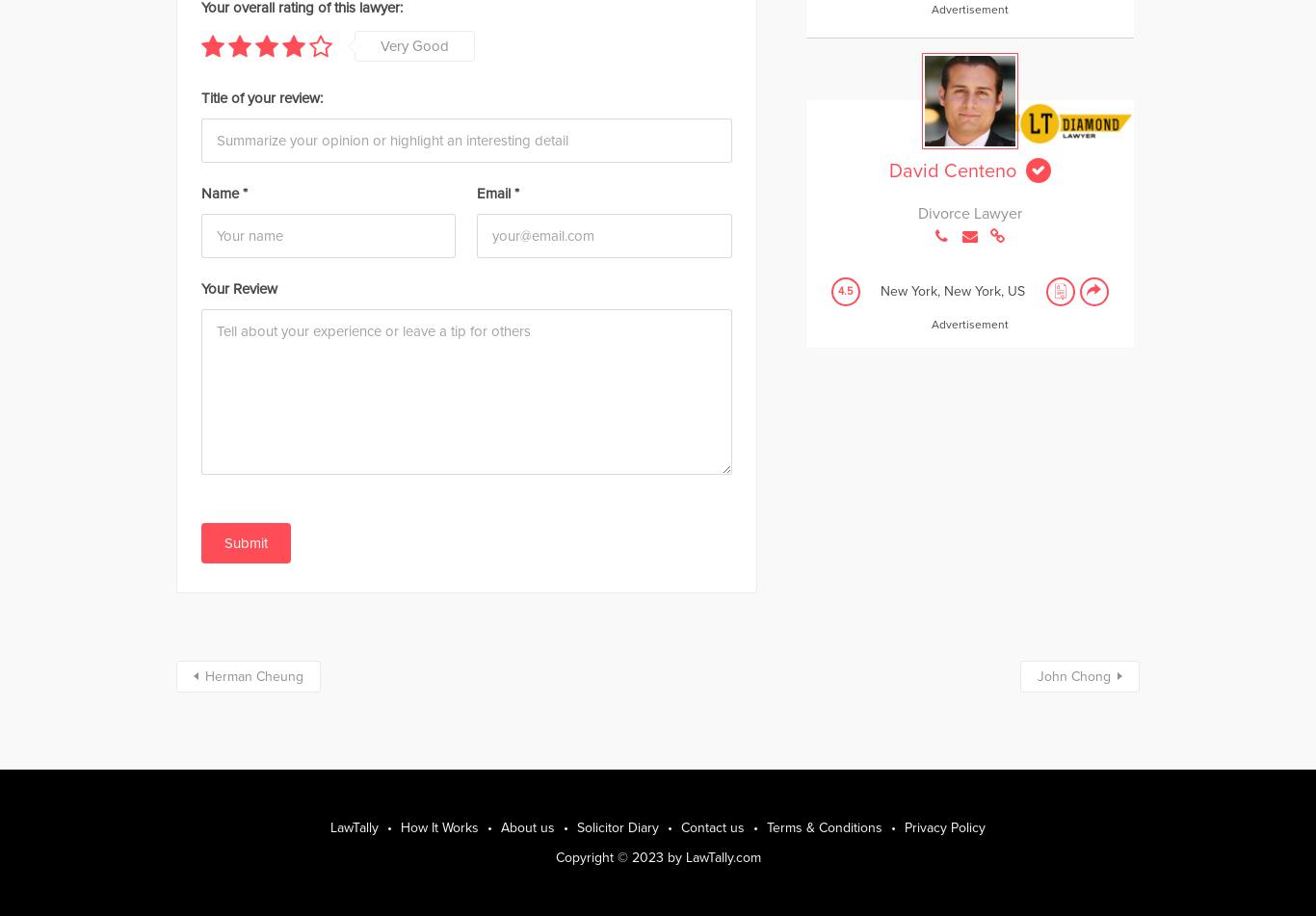 The height and width of the screenshot is (916, 1316). I want to click on 'LawTally', so click(354, 825).